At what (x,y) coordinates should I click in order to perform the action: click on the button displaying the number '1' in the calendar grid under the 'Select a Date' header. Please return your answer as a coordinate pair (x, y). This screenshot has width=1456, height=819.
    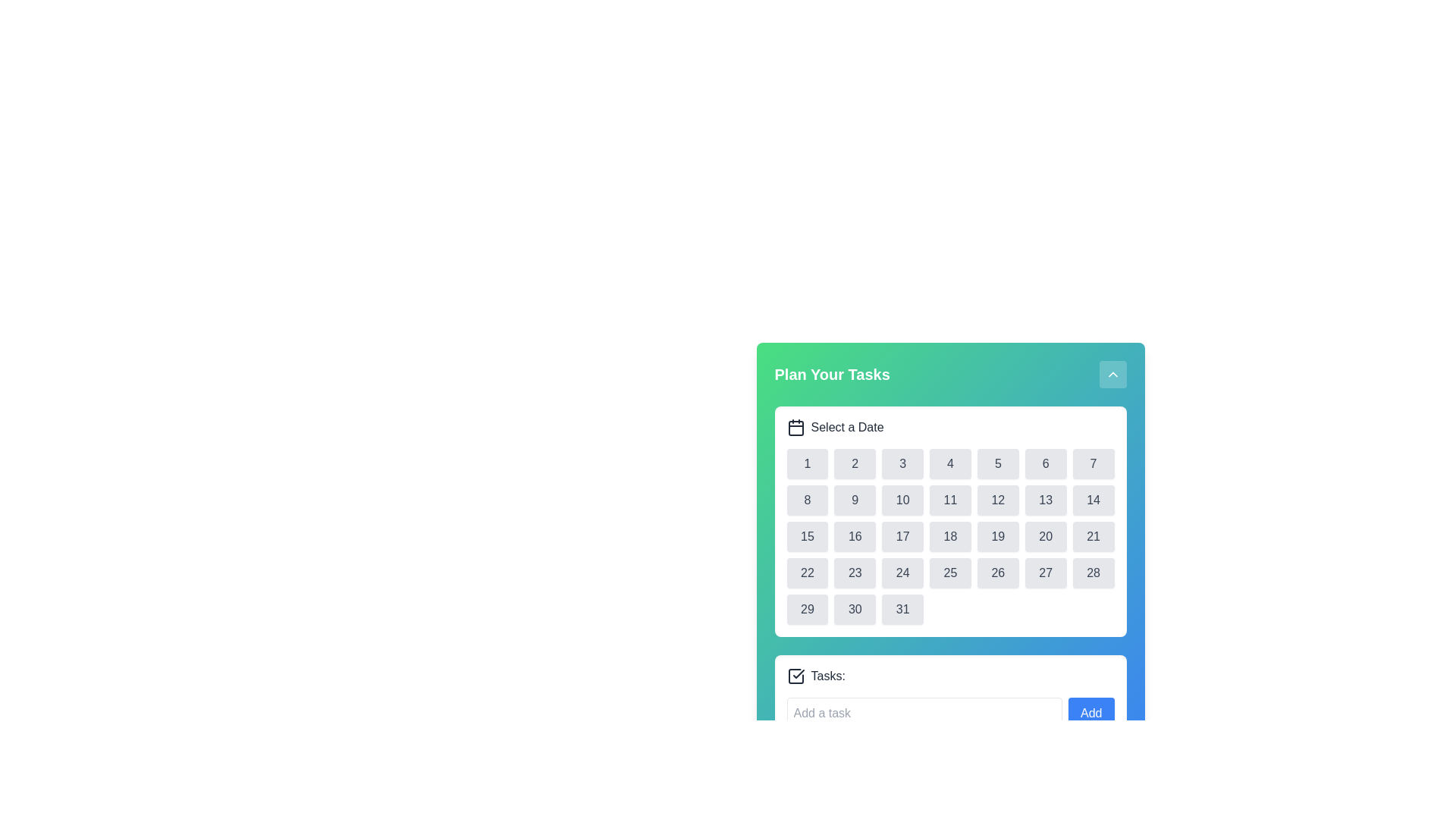
    Looking at the image, I should click on (806, 463).